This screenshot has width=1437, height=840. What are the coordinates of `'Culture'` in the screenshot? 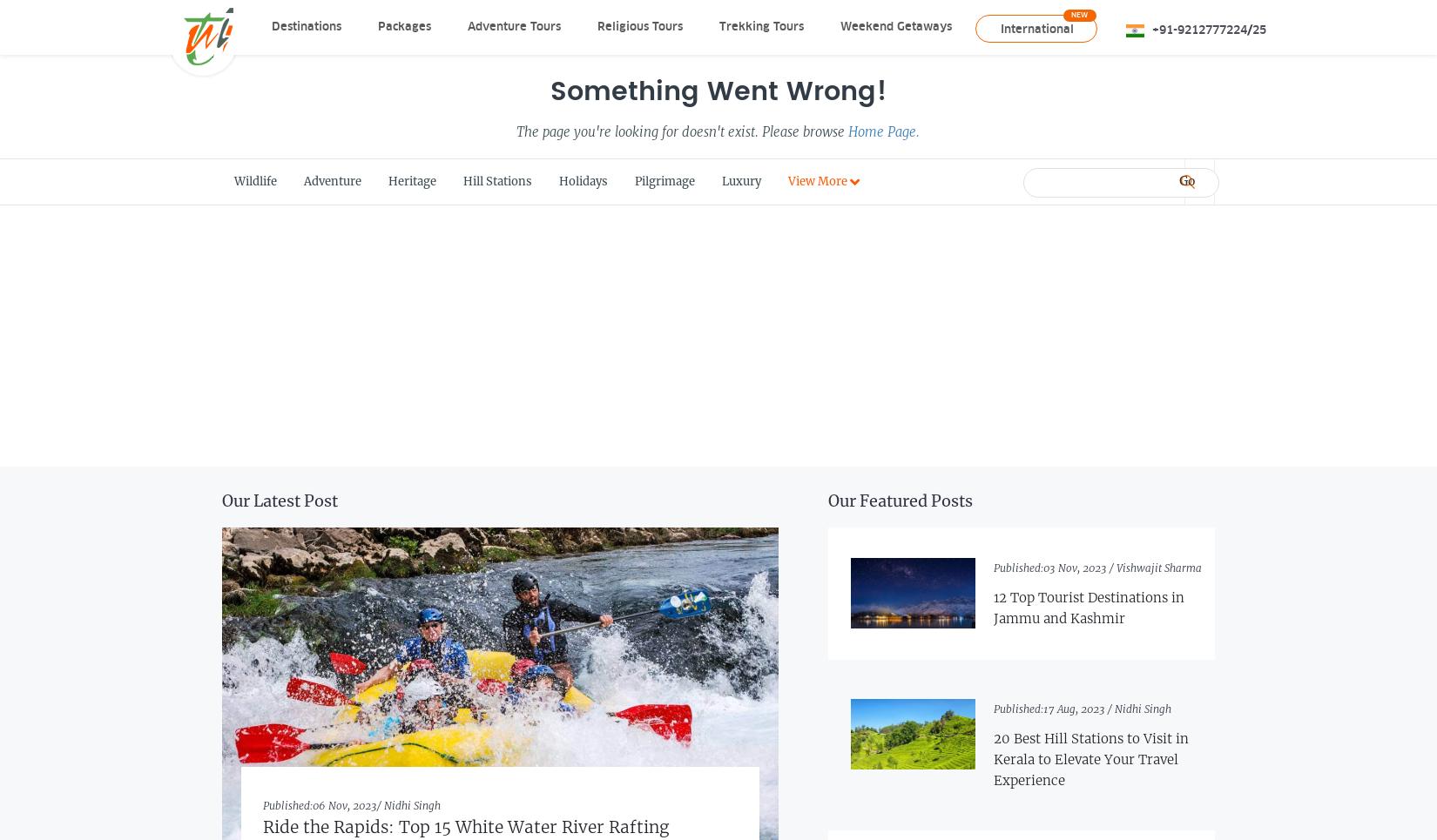 It's located at (786, 479).